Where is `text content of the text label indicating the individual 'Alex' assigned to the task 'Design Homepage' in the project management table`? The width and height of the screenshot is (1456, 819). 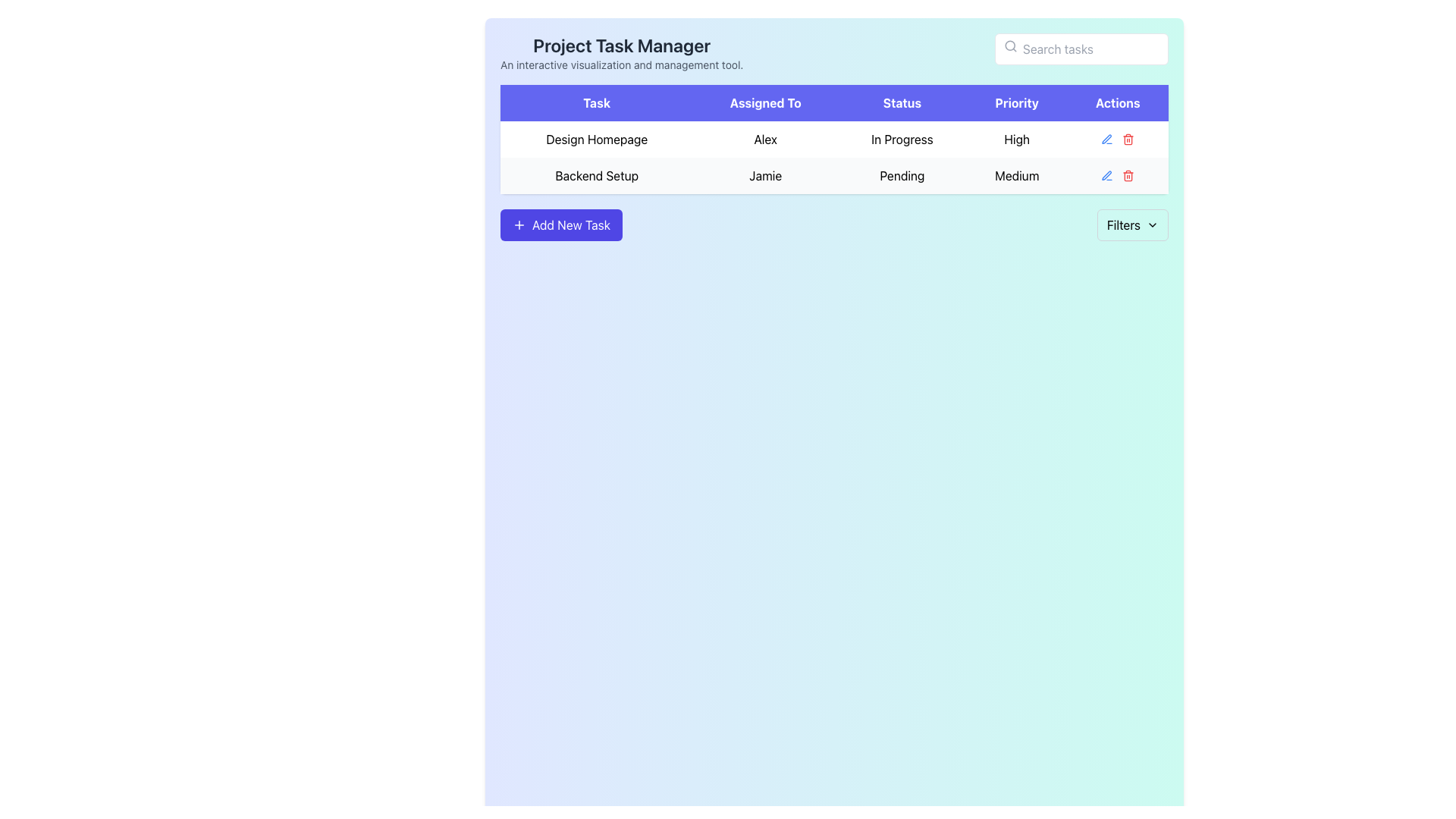 text content of the text label indicating the individual 'Alex' assigned to the task 'Design Homepage' in the project management table is located at coordinates (765, 140).